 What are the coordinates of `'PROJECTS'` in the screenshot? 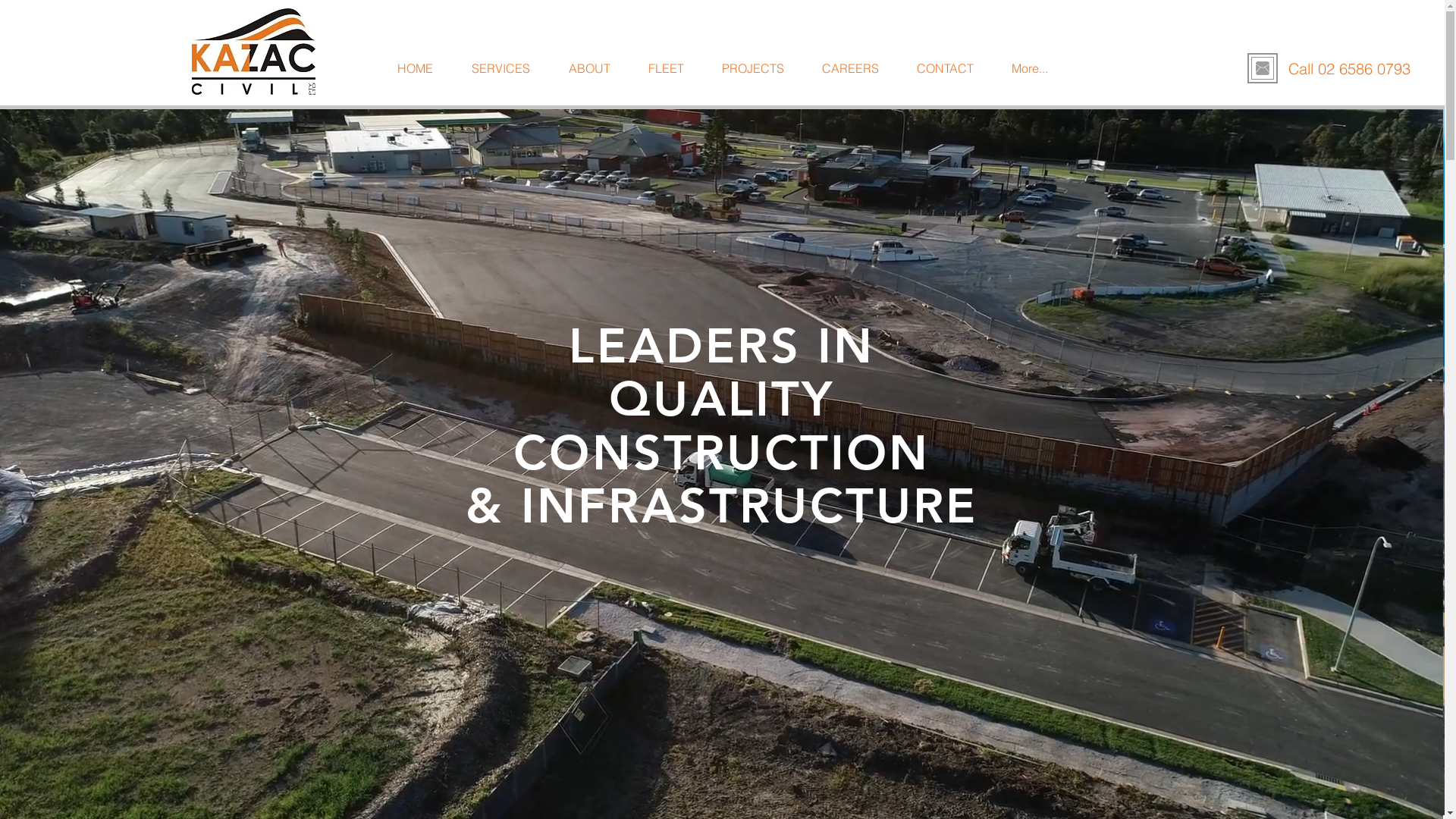 It's located at (753, 68).